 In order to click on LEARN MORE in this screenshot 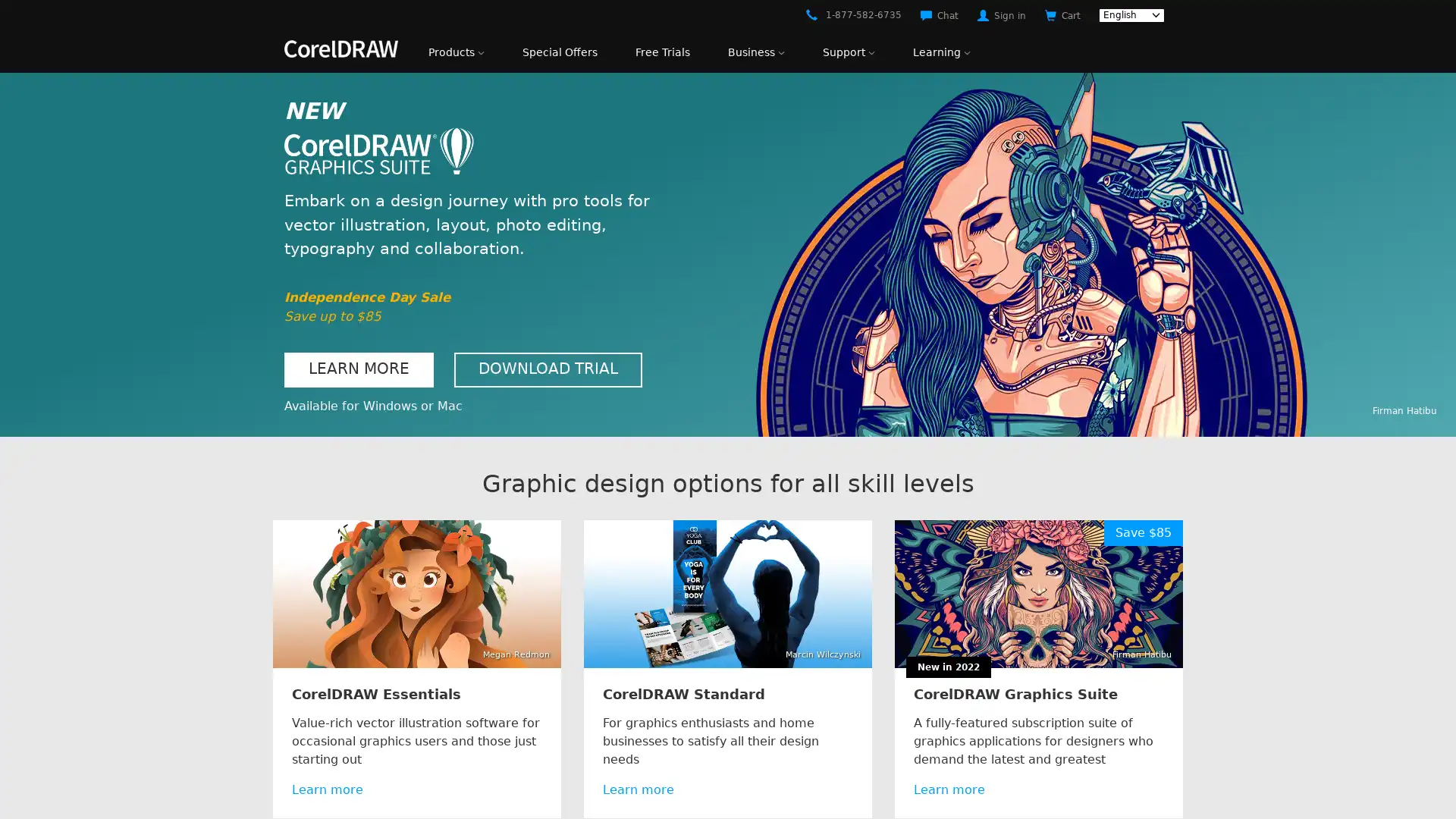, I will do `click(358, 369)`.